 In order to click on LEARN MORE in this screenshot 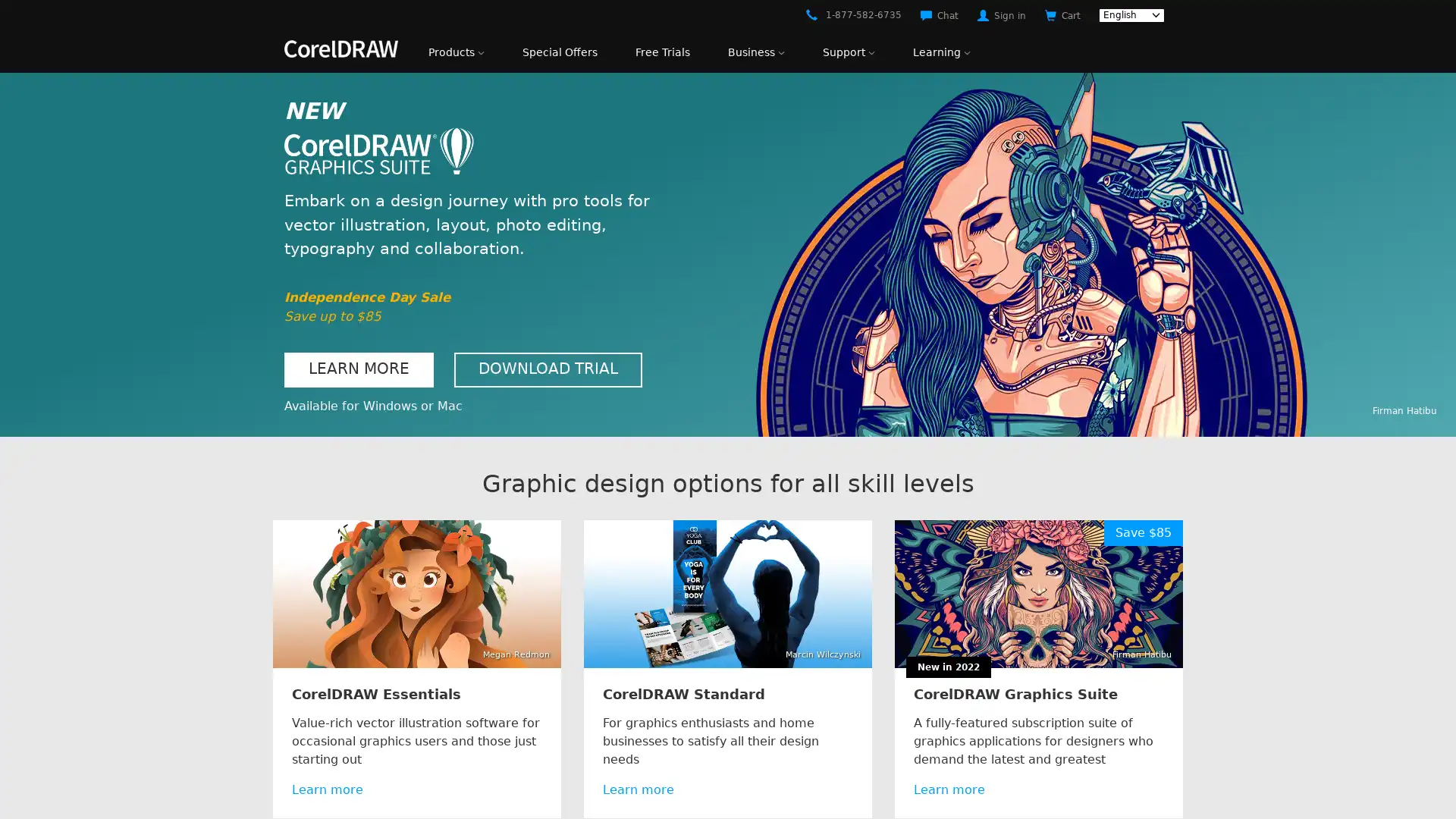, I will do `click(358, 369)`.